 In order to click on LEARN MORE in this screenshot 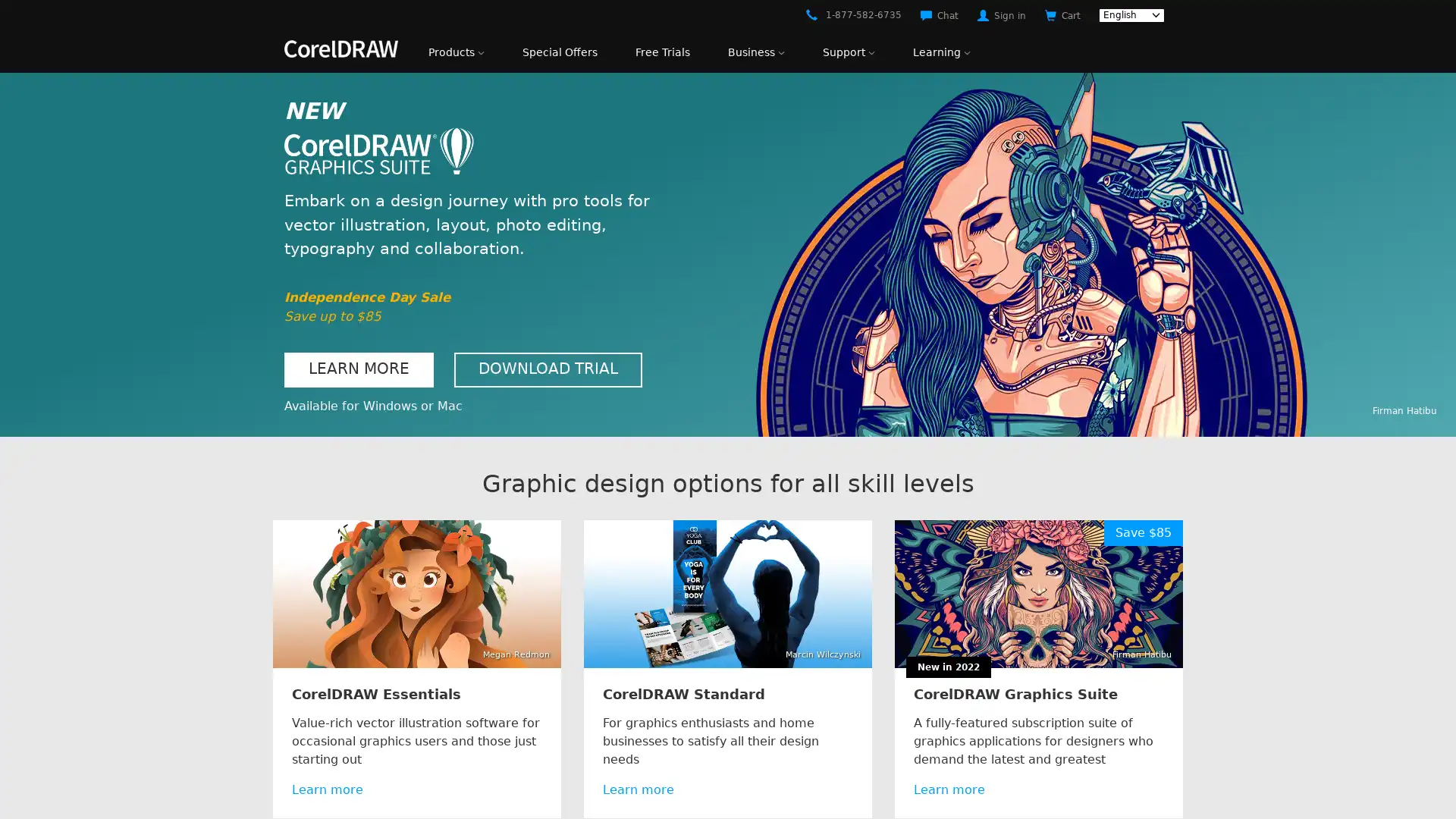, I will do `click(358, 369)`.